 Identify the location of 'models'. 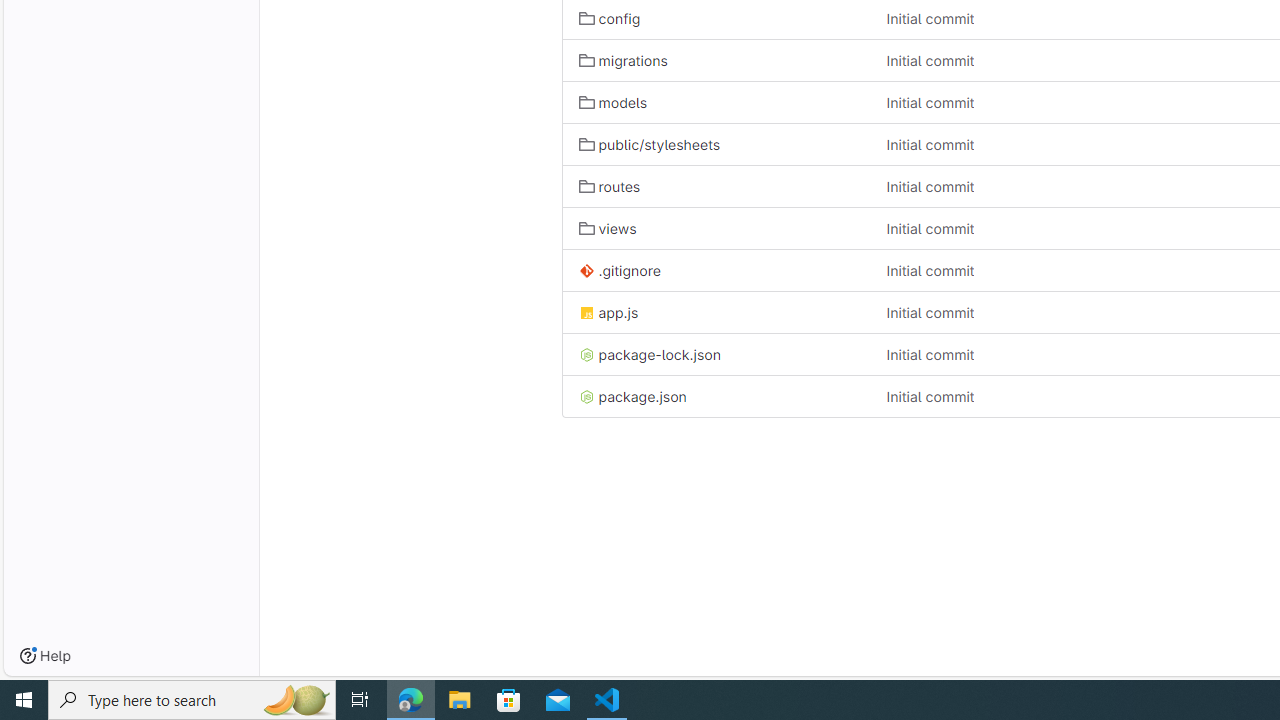
(716, 102).